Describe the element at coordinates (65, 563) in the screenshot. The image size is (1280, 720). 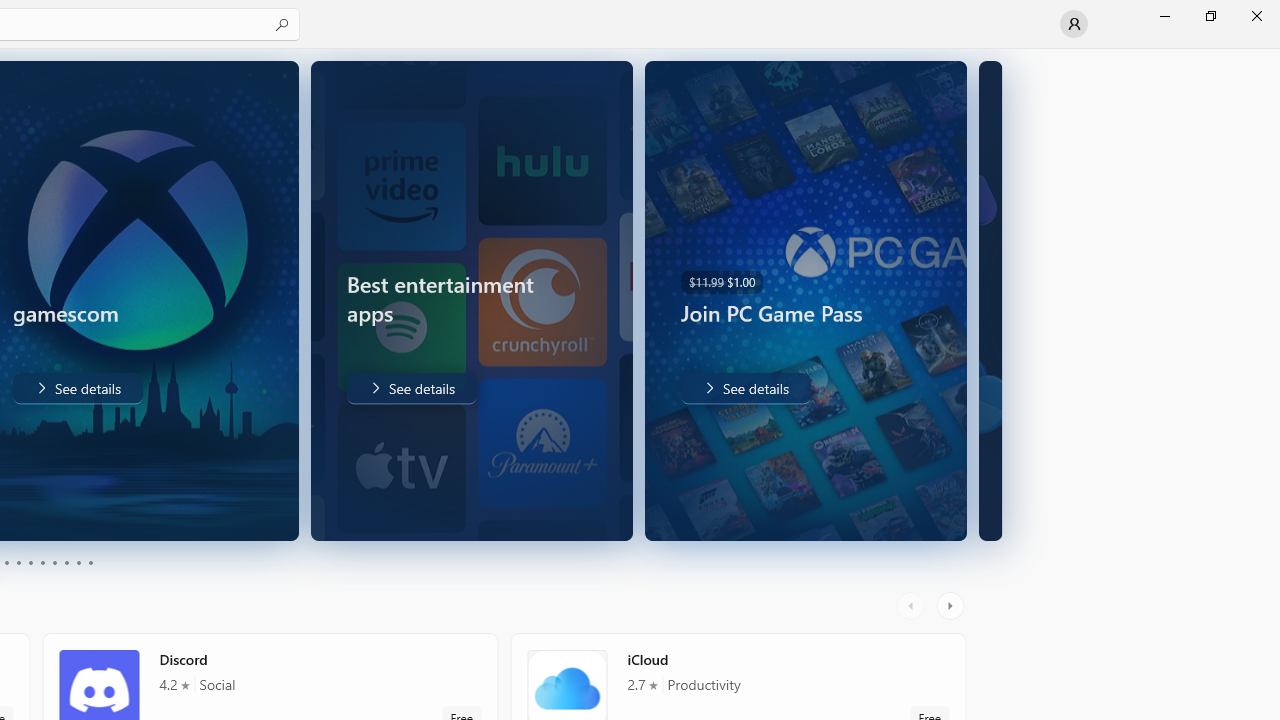
I see `'Page 8'` at that location.